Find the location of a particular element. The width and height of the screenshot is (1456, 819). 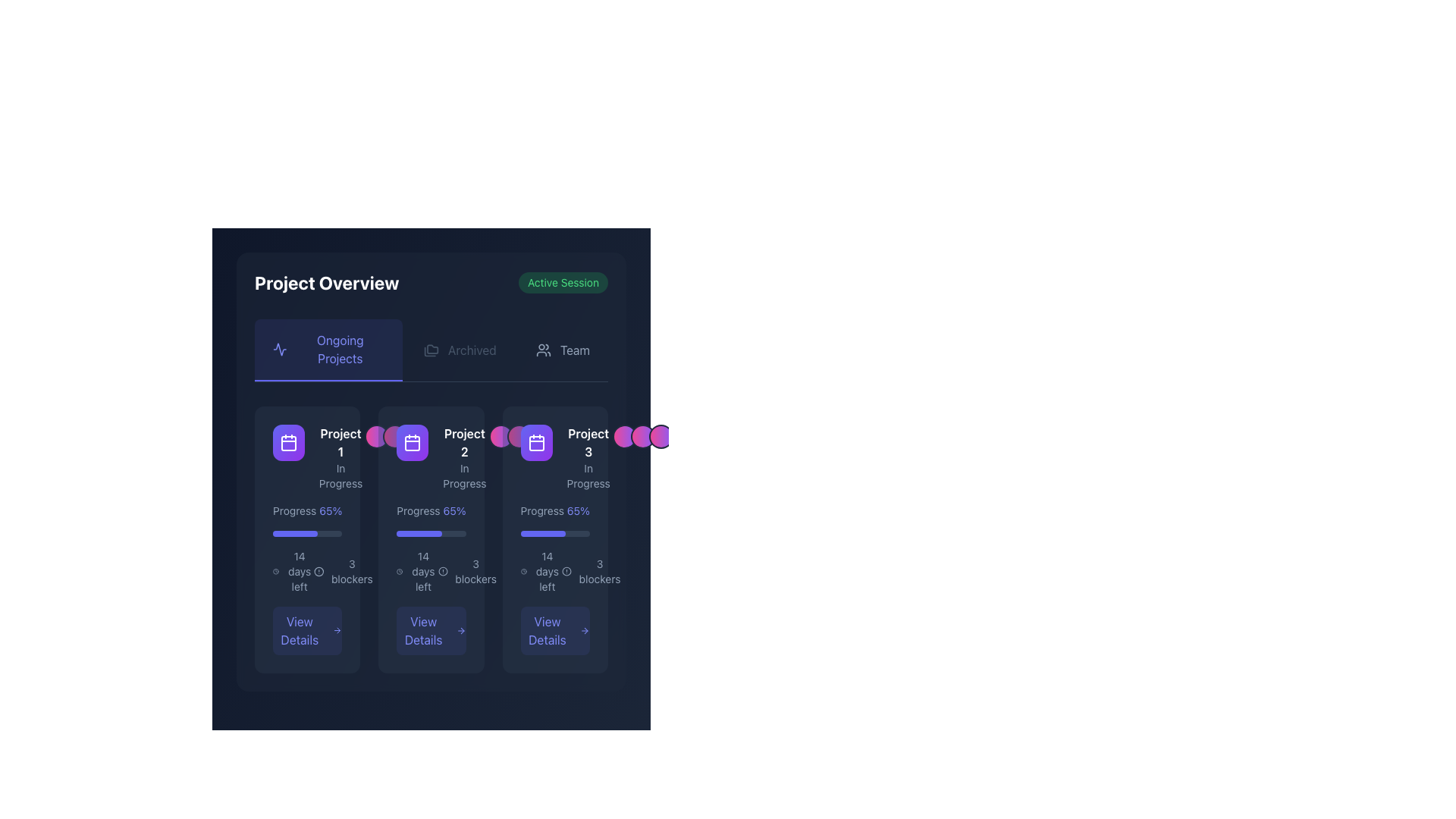

the purple rectangular shape with rounded corners inside the calendar icon for the 'Project 3' card in the 'Ongoing Projects' section is located at coordinates (536, 444).